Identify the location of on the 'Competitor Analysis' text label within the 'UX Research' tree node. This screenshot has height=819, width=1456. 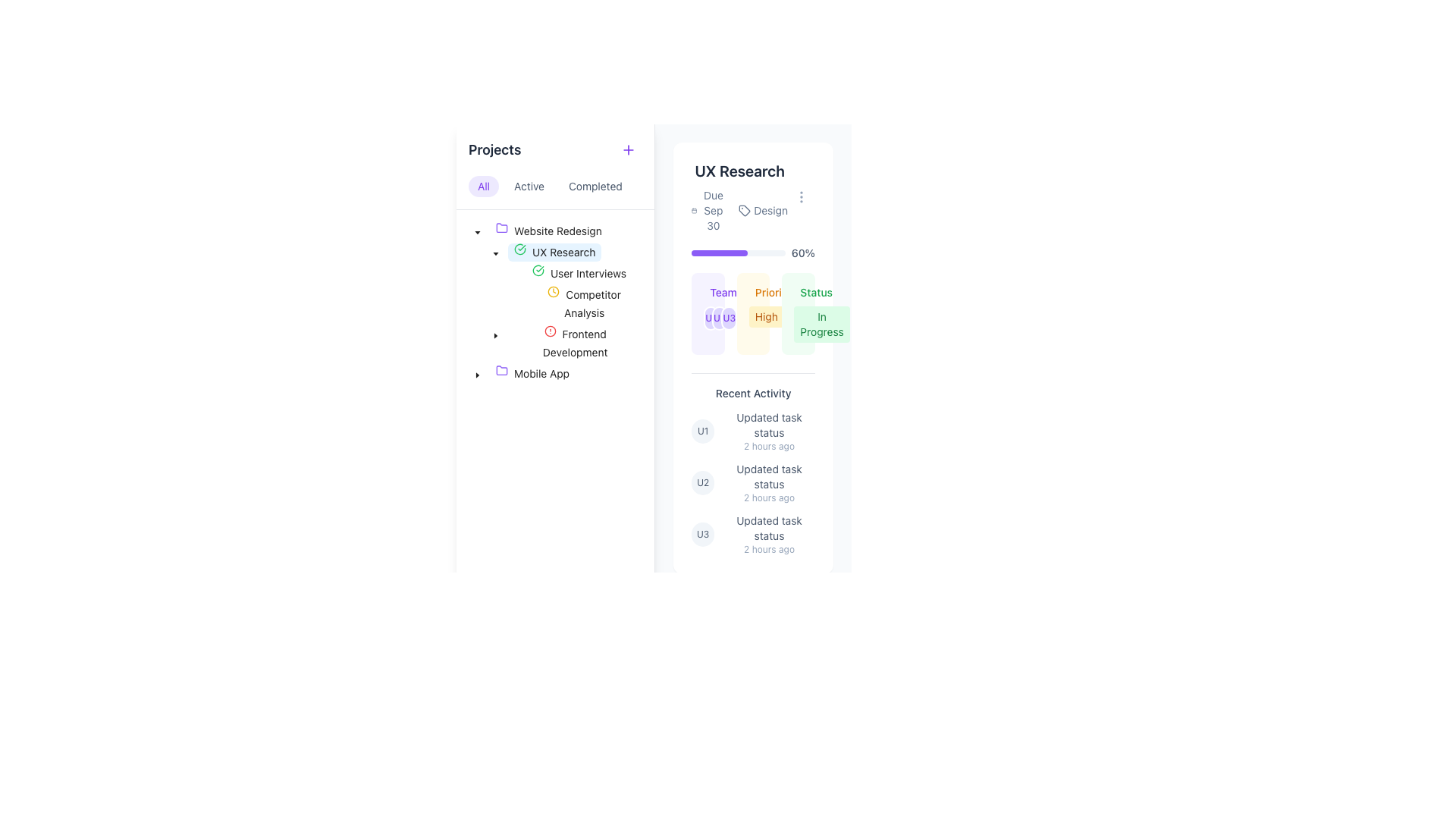
(591, 303).